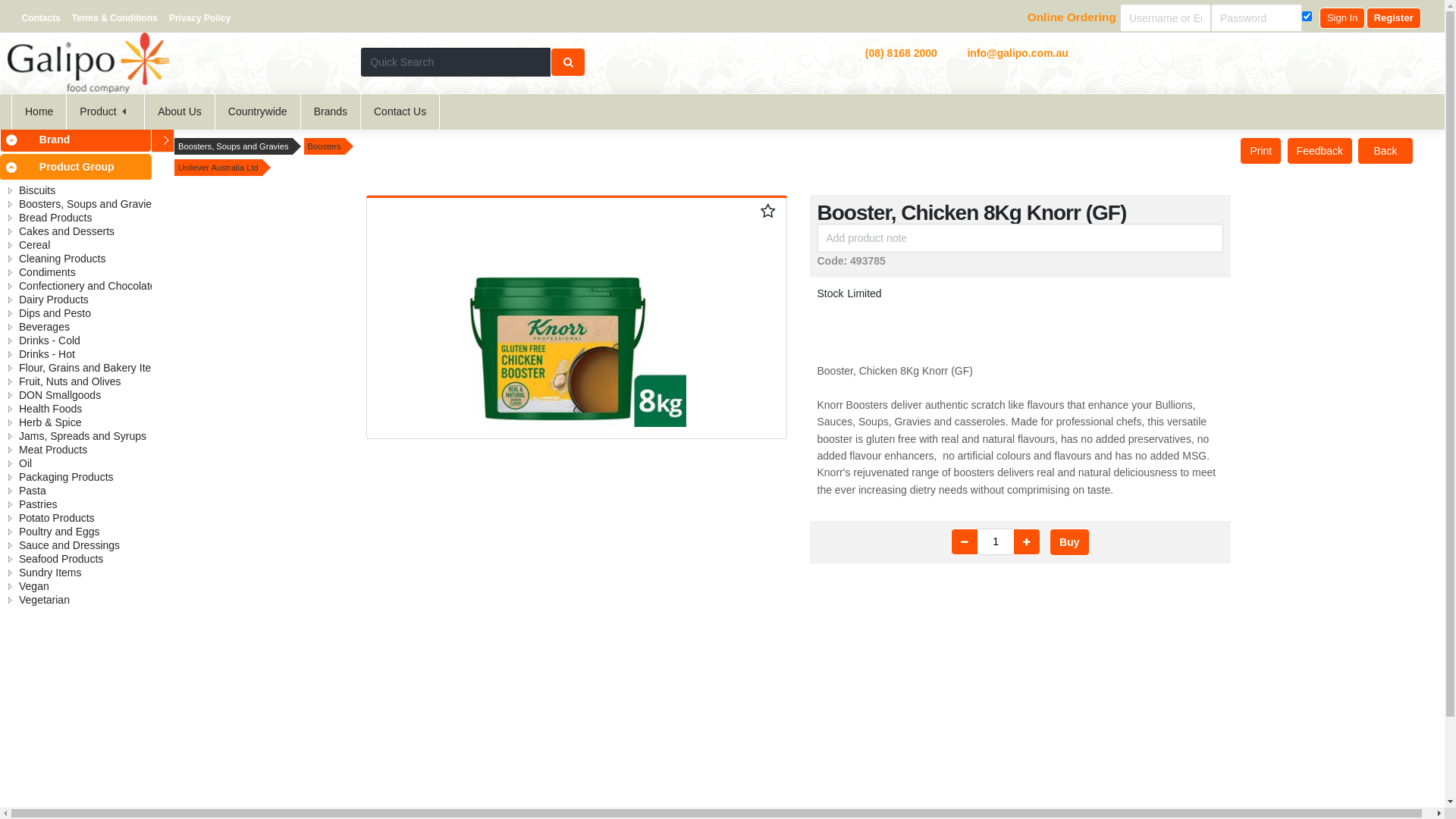 The image size is (1456, 819). I want to click on 'Boosters, Soups and Gravies', so click(86, 203).